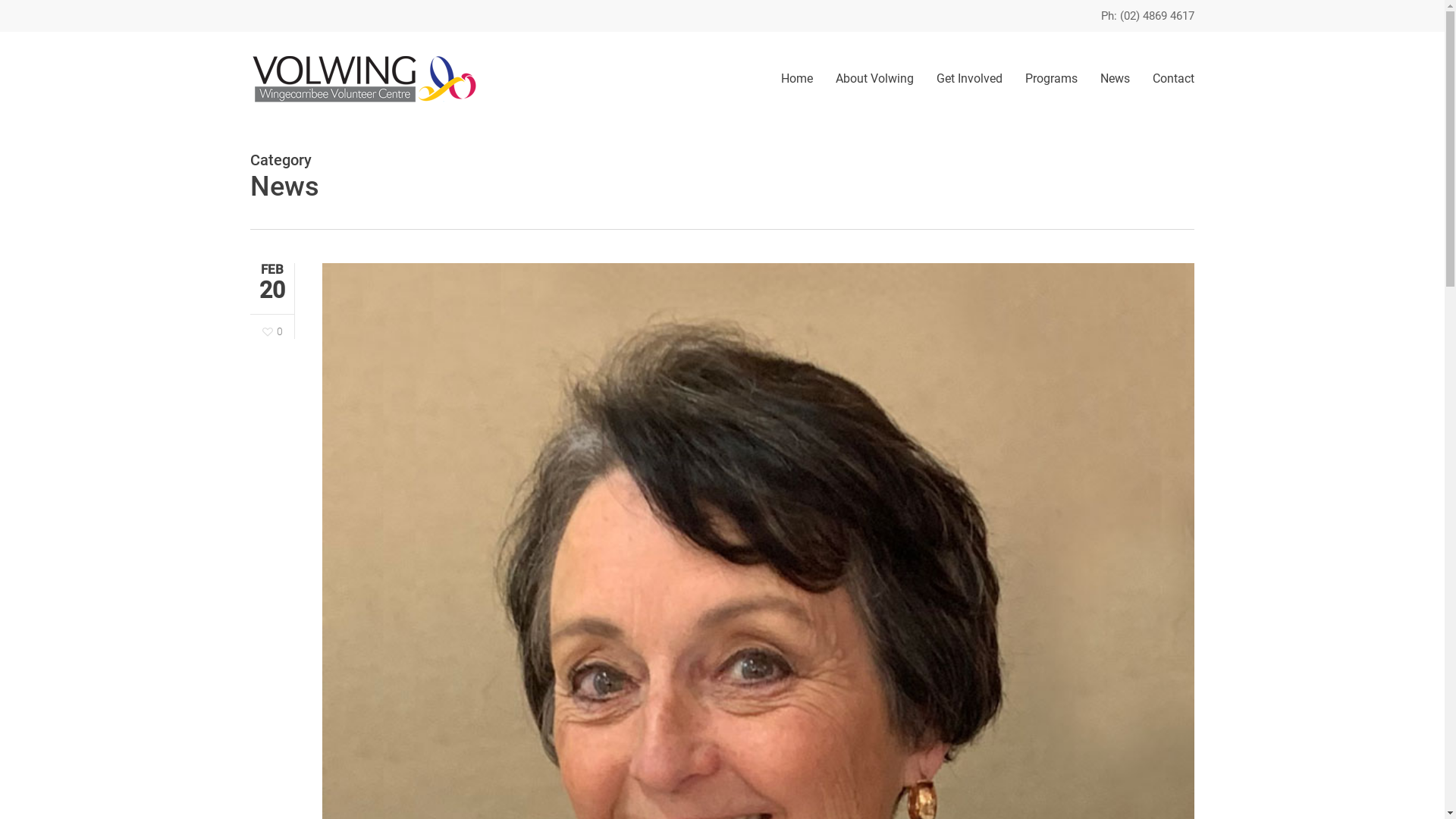 This screenshot has height=819, width=1456. I want to click on 'News', so click(1115, 78).